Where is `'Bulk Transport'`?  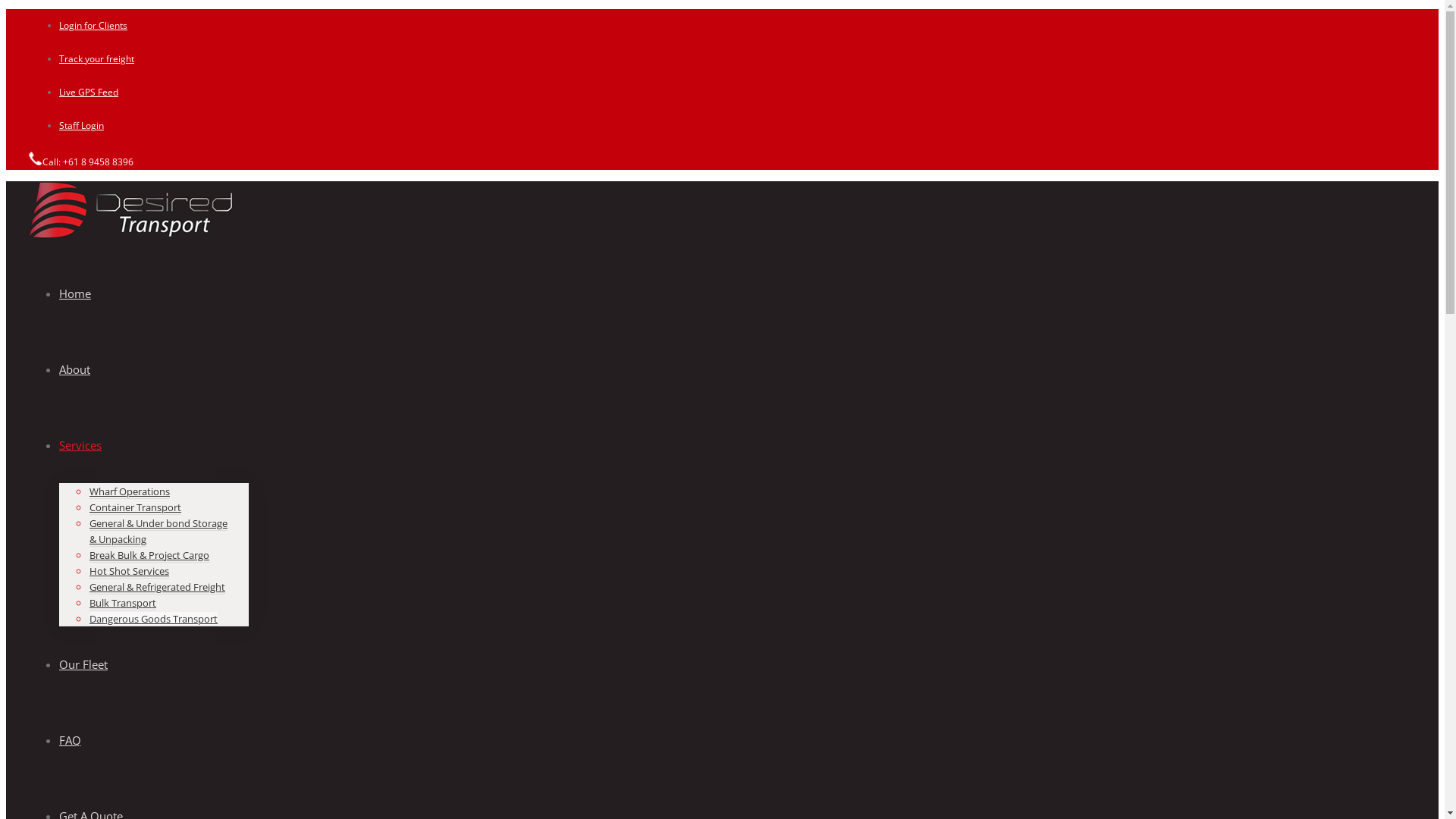 'Bulk Transport' is located at coordinates (123, 602).